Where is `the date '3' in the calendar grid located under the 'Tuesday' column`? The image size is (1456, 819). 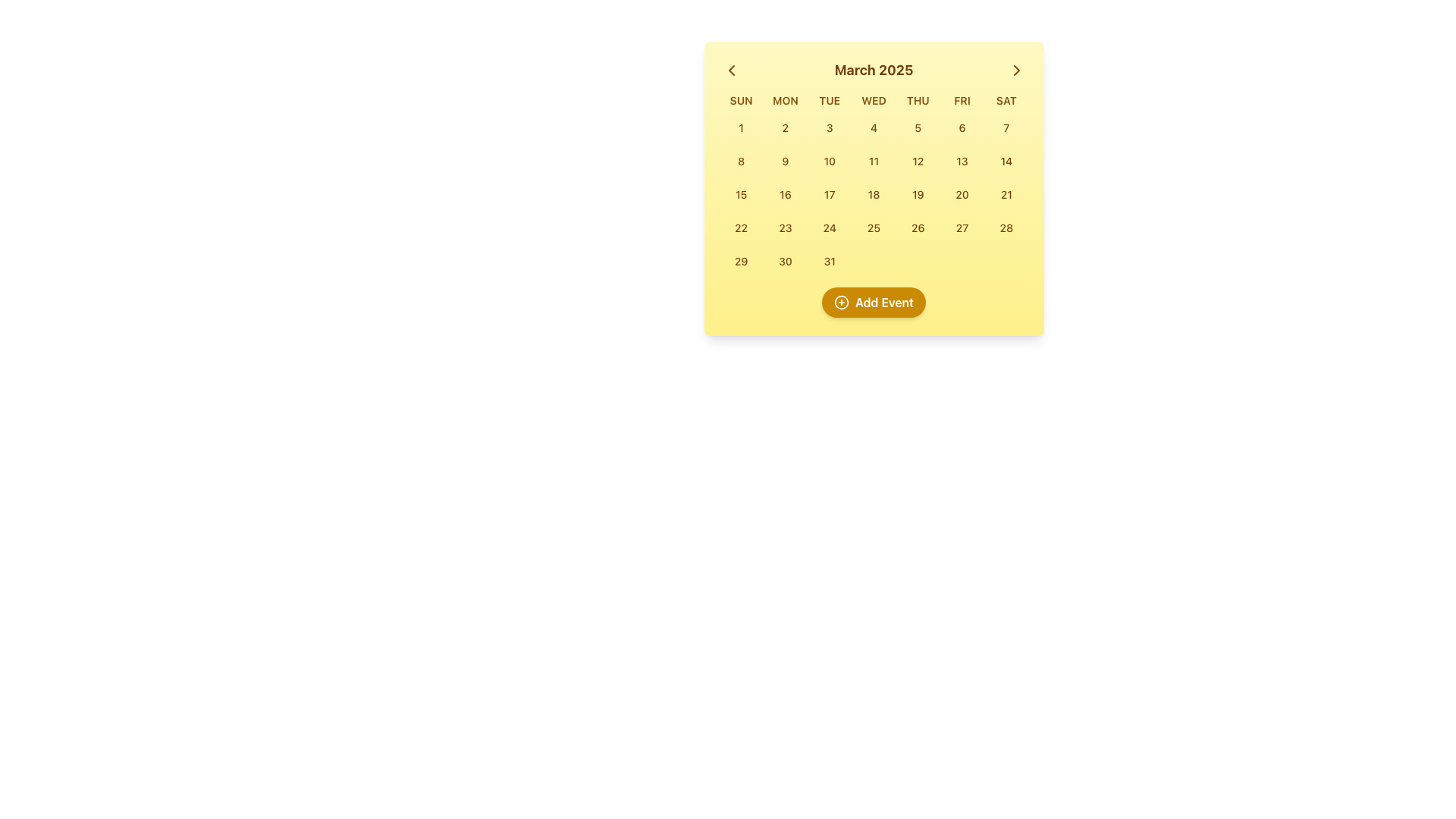
the date '3' in the calendar grid located under the 'Tuesday' column is located at coordinates (829, 127).